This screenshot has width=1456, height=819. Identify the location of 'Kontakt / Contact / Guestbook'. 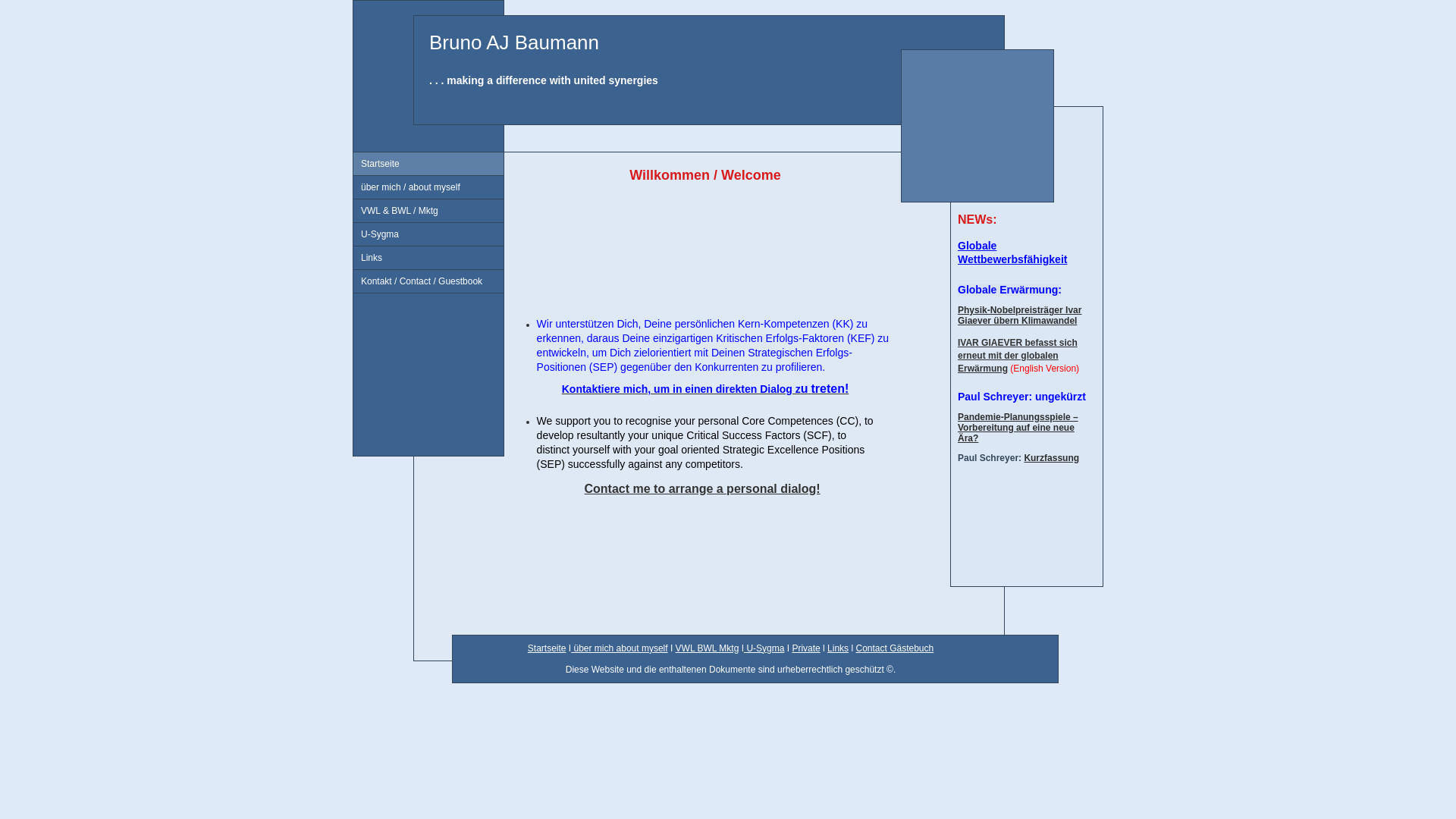
(352, 281).